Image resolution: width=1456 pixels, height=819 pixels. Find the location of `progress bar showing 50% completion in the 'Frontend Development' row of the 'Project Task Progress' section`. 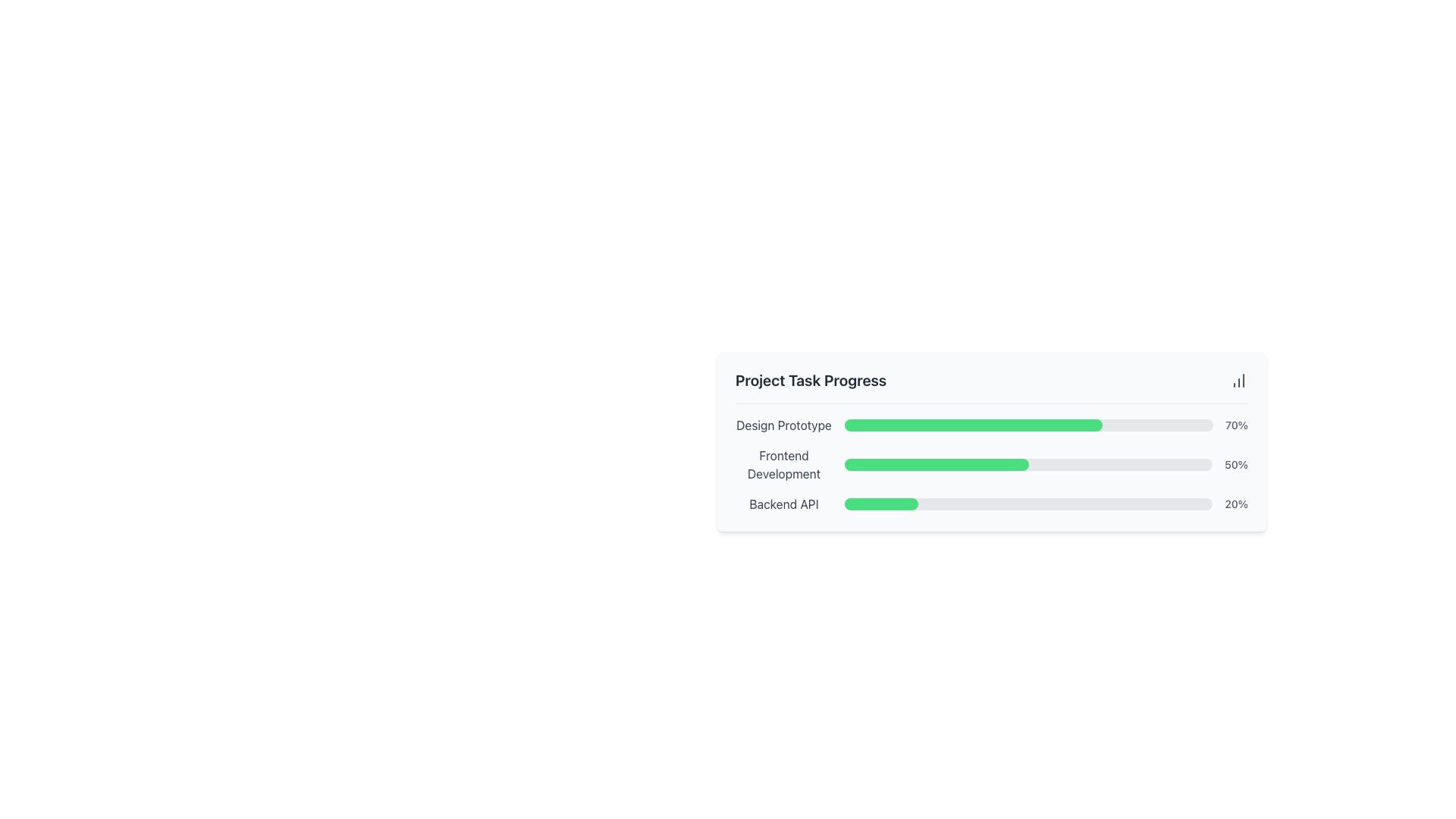

progress bar showing 50% completion in the 'Frontend Development' row of the 'Project Task Progress' section is located at coordinates (1028, 464).